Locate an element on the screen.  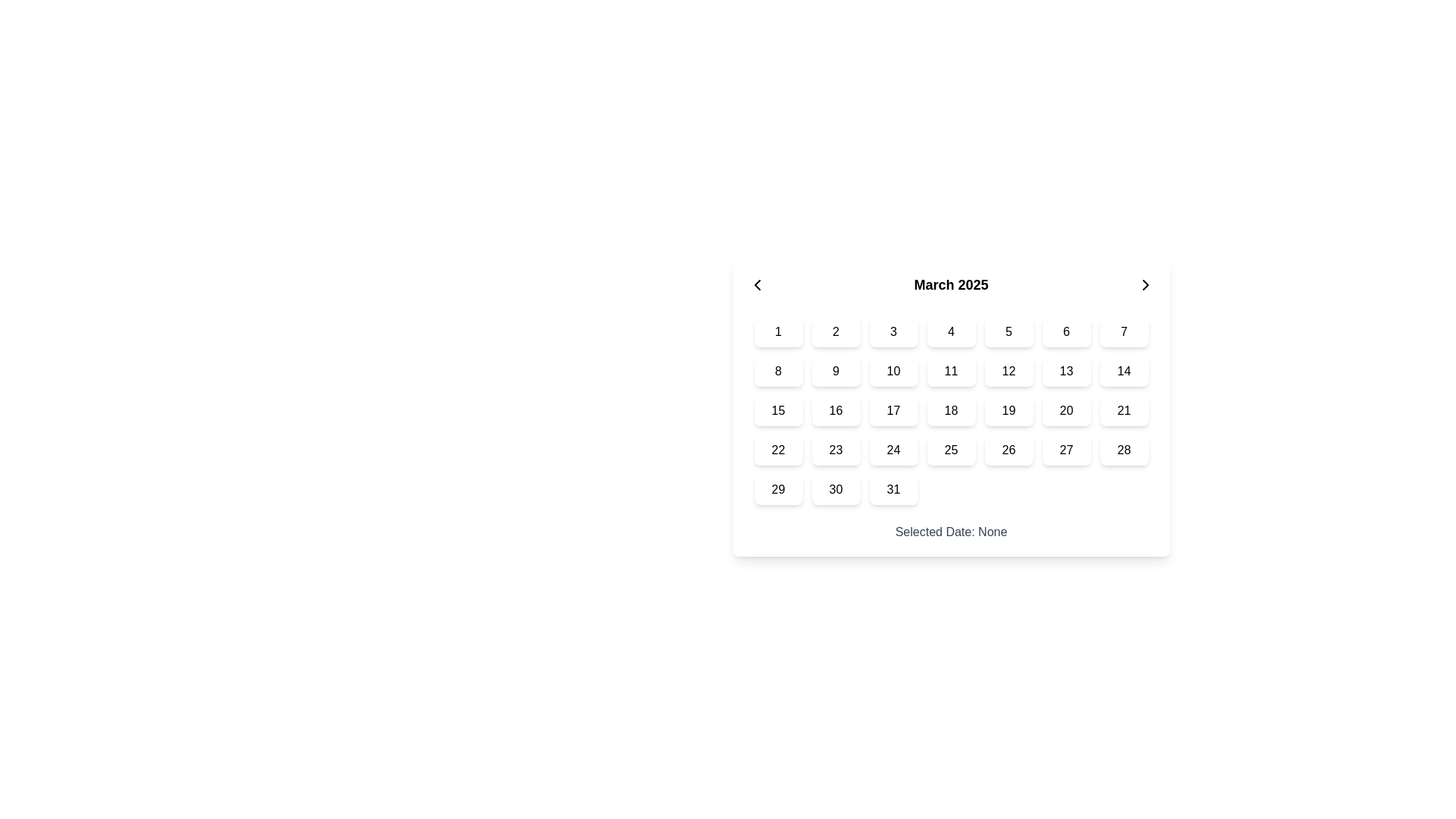
the day selection button for the 11th day of March 2025 located in the second row and fourth column of the calendar widget is located at coordinates (950, 371).